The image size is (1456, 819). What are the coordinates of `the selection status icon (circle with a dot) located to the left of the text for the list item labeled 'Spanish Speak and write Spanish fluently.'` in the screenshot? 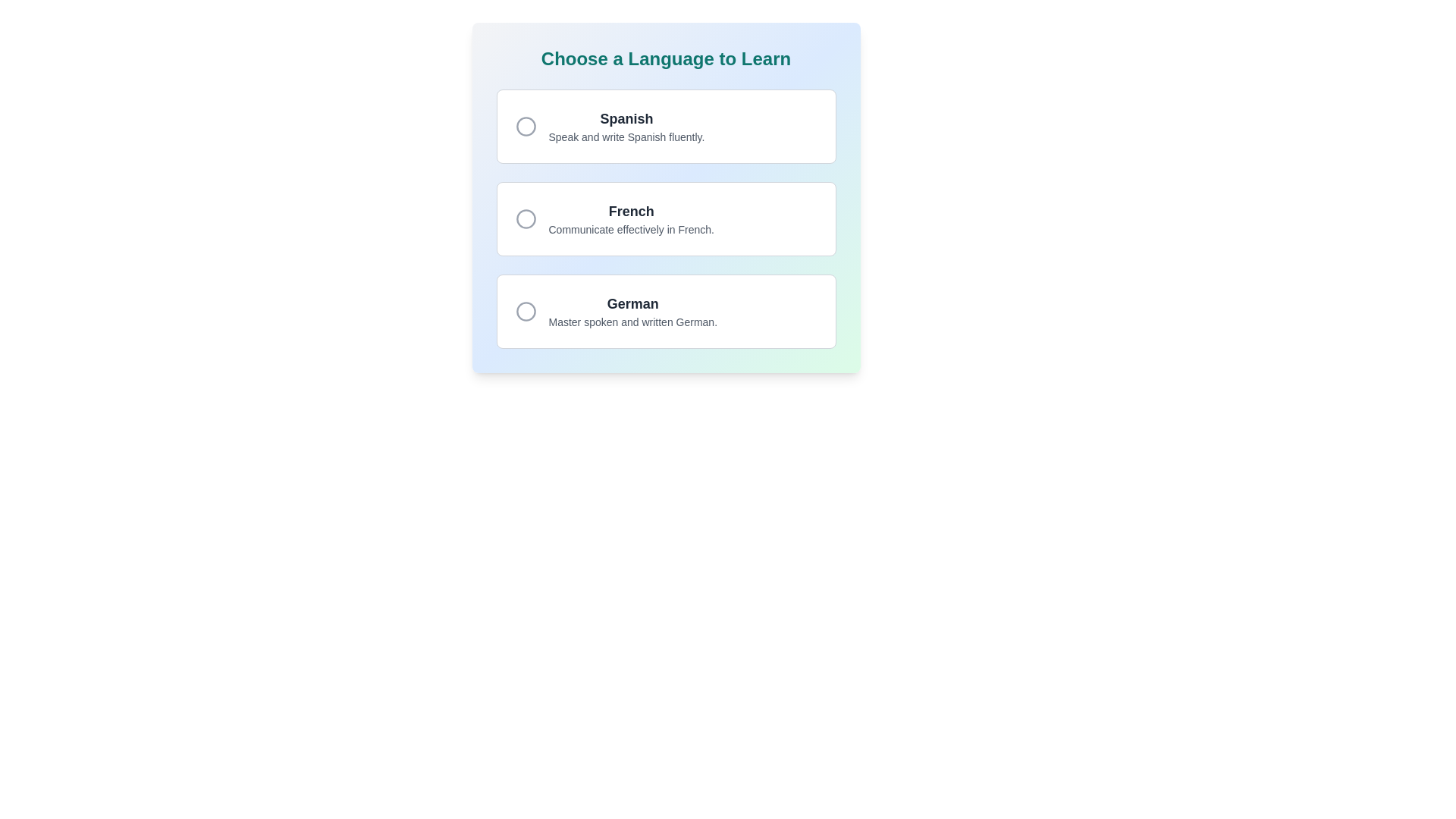 It's located at (526, 125).